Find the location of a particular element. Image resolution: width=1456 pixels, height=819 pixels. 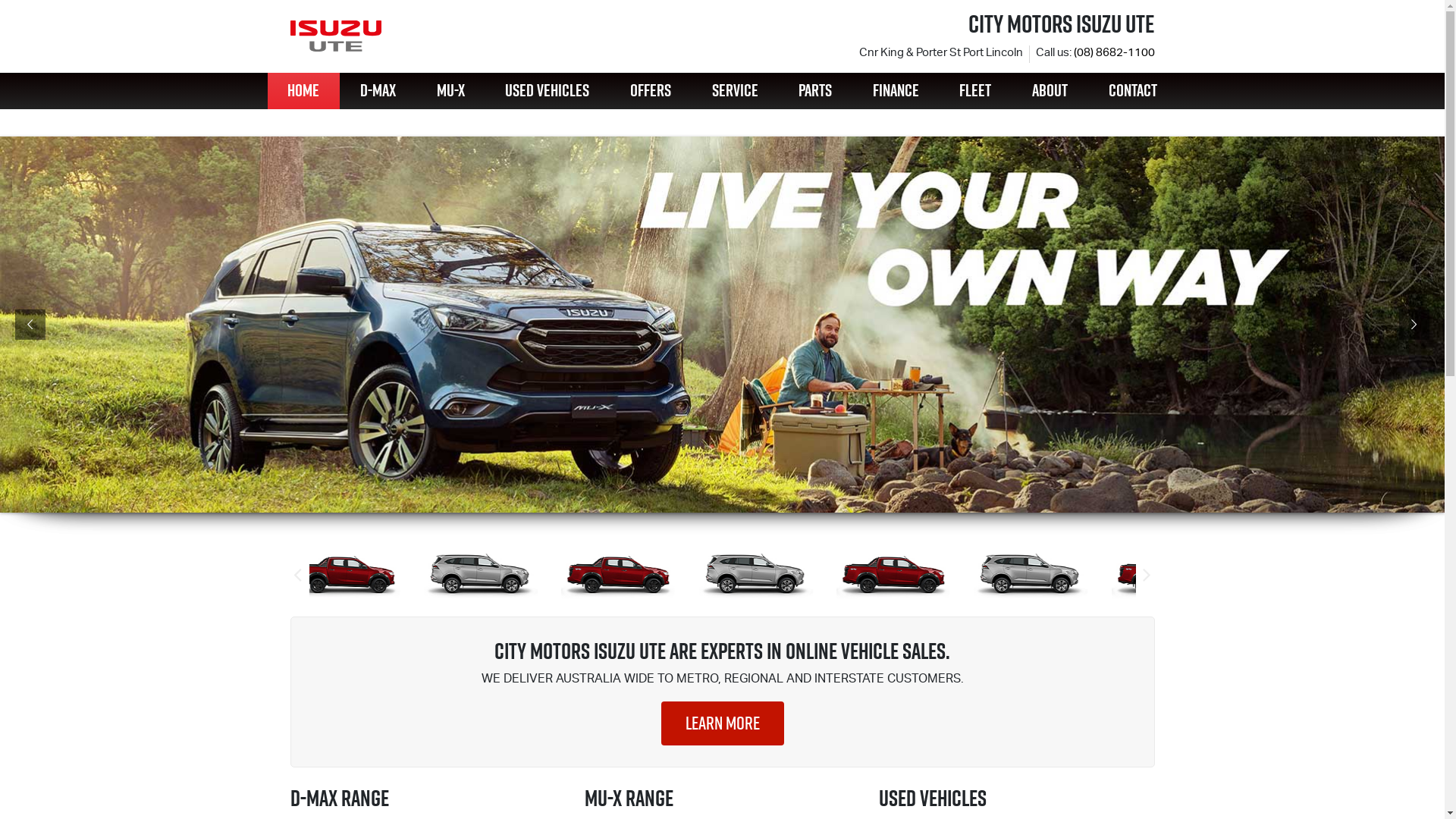

'CONTACT' is located at coordinates (1132, 90).